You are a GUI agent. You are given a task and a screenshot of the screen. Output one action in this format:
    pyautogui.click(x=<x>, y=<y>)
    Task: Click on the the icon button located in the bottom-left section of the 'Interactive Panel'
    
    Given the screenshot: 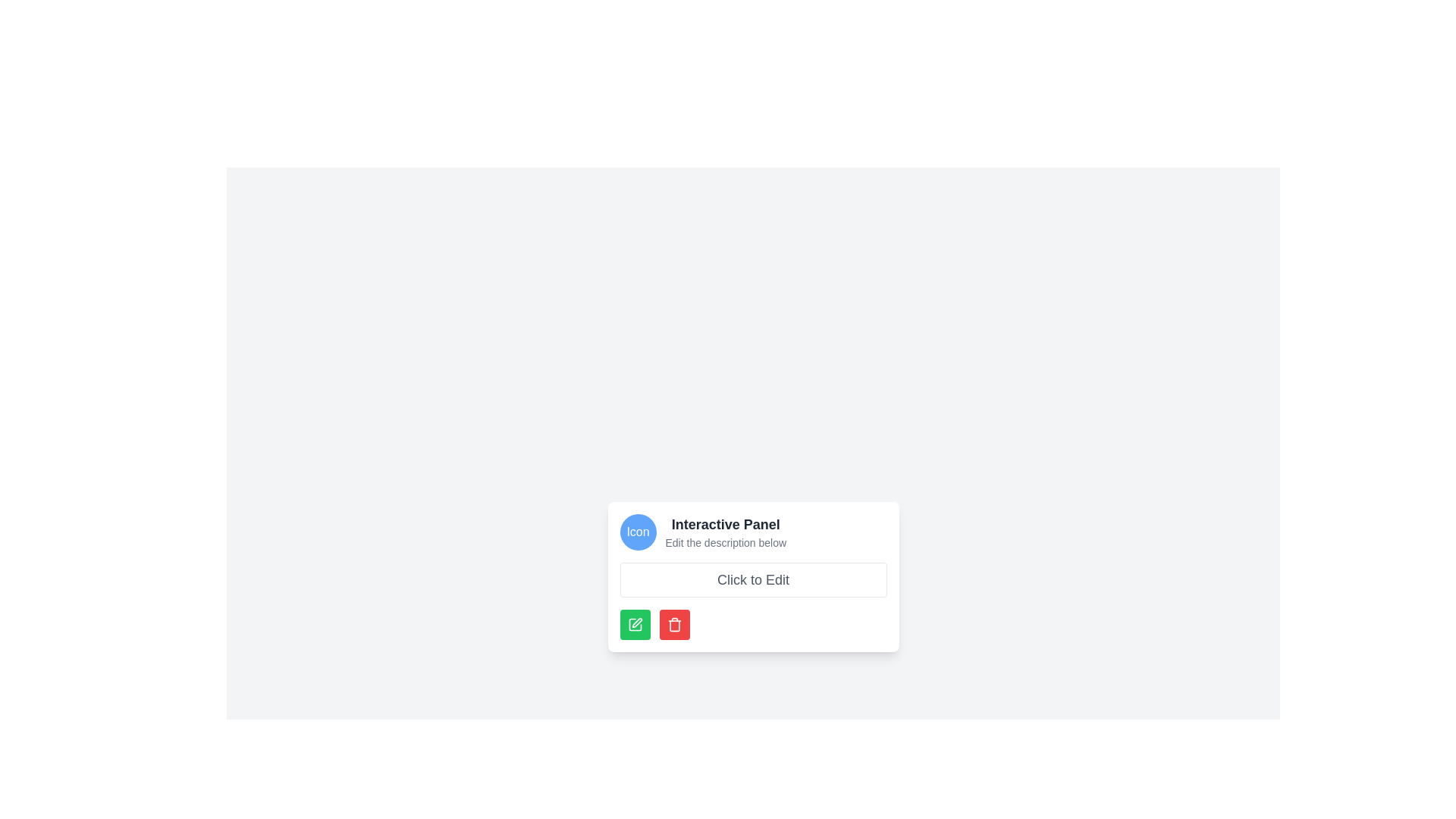 What is the action you would take?
    pyautogui.click(x=635, y=625)
    